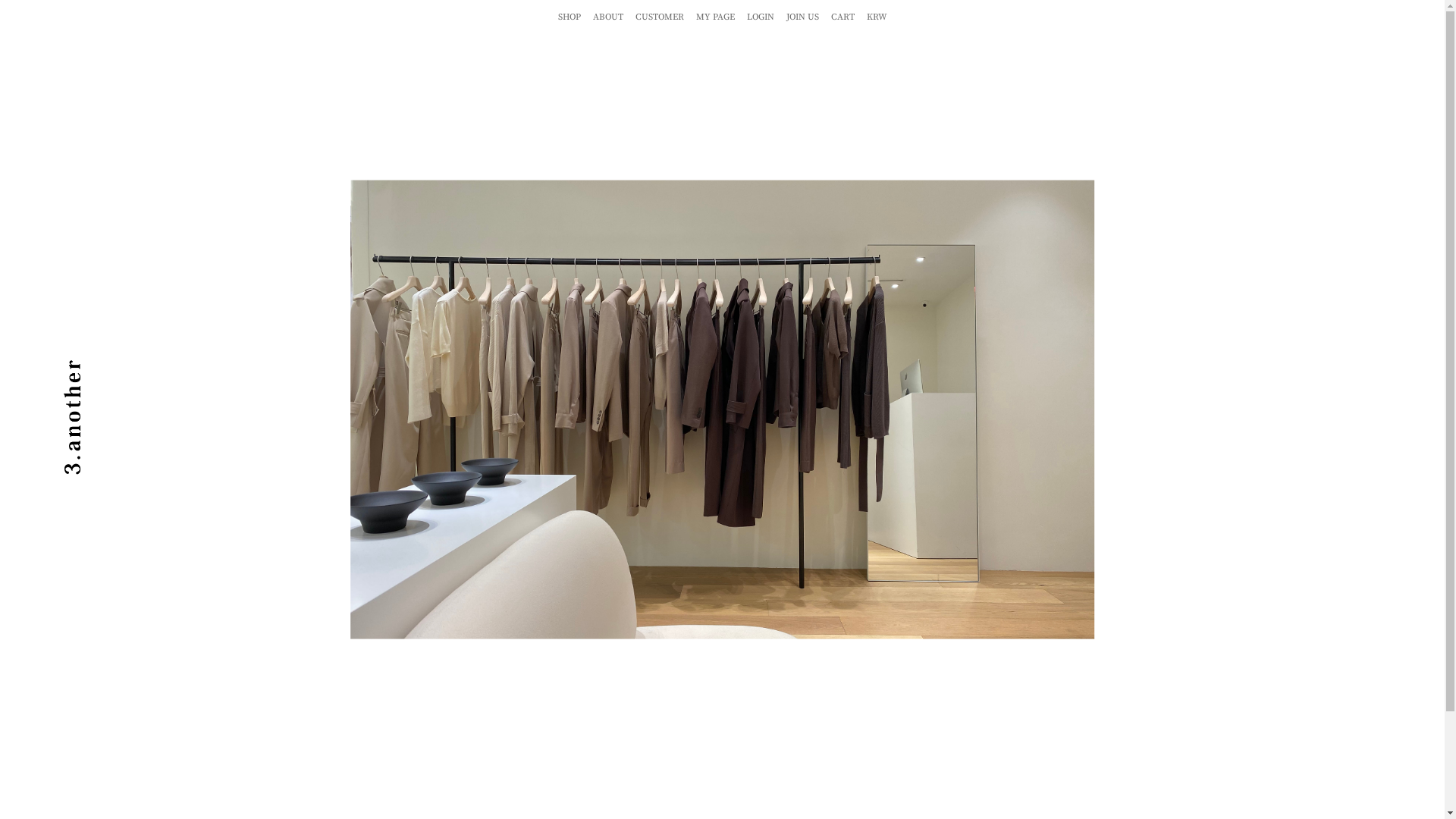  I want to click on 'ABOUT', so click(607, 17).